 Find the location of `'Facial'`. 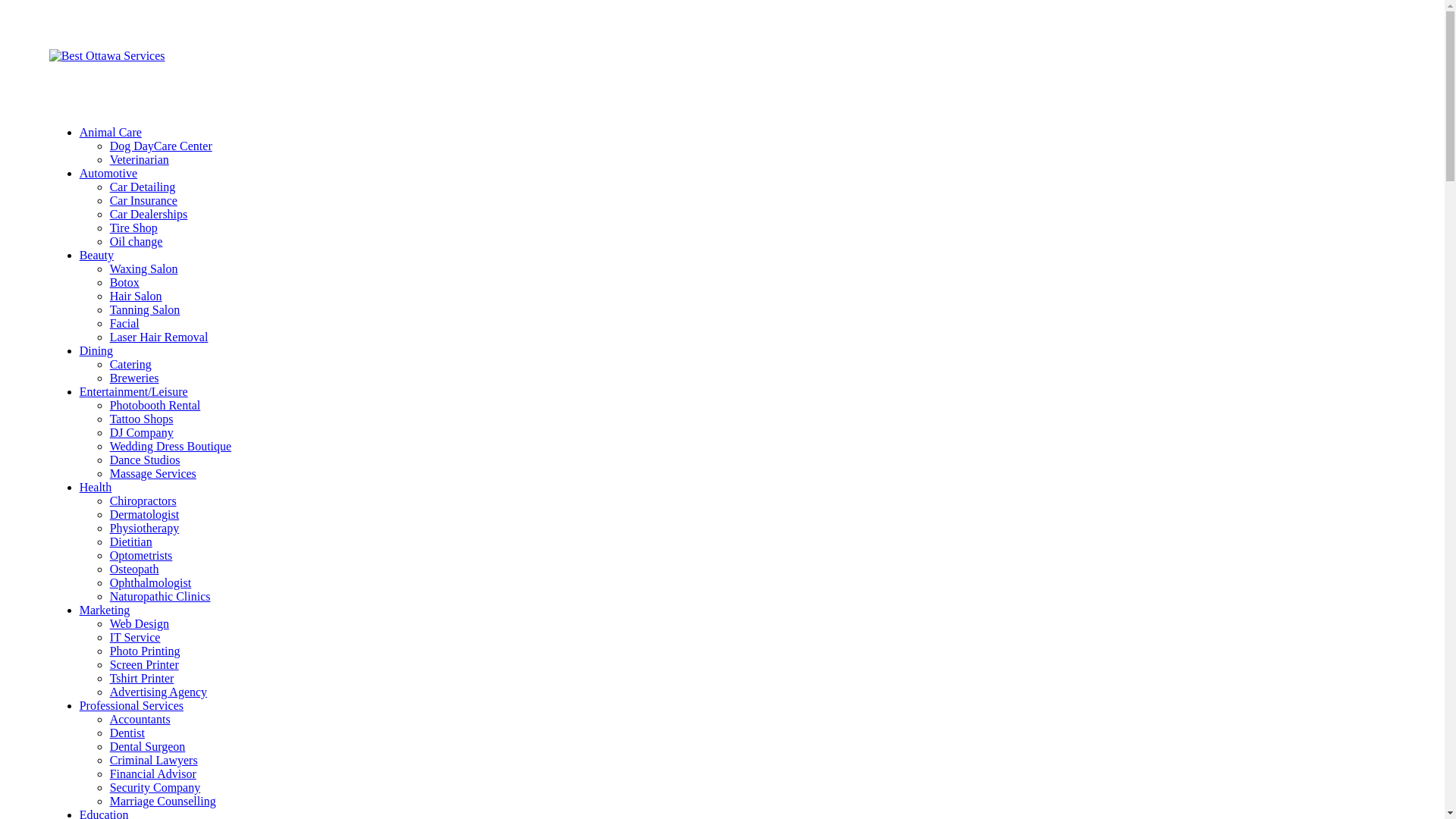

'Facial' is located at coordinates (108, 322).